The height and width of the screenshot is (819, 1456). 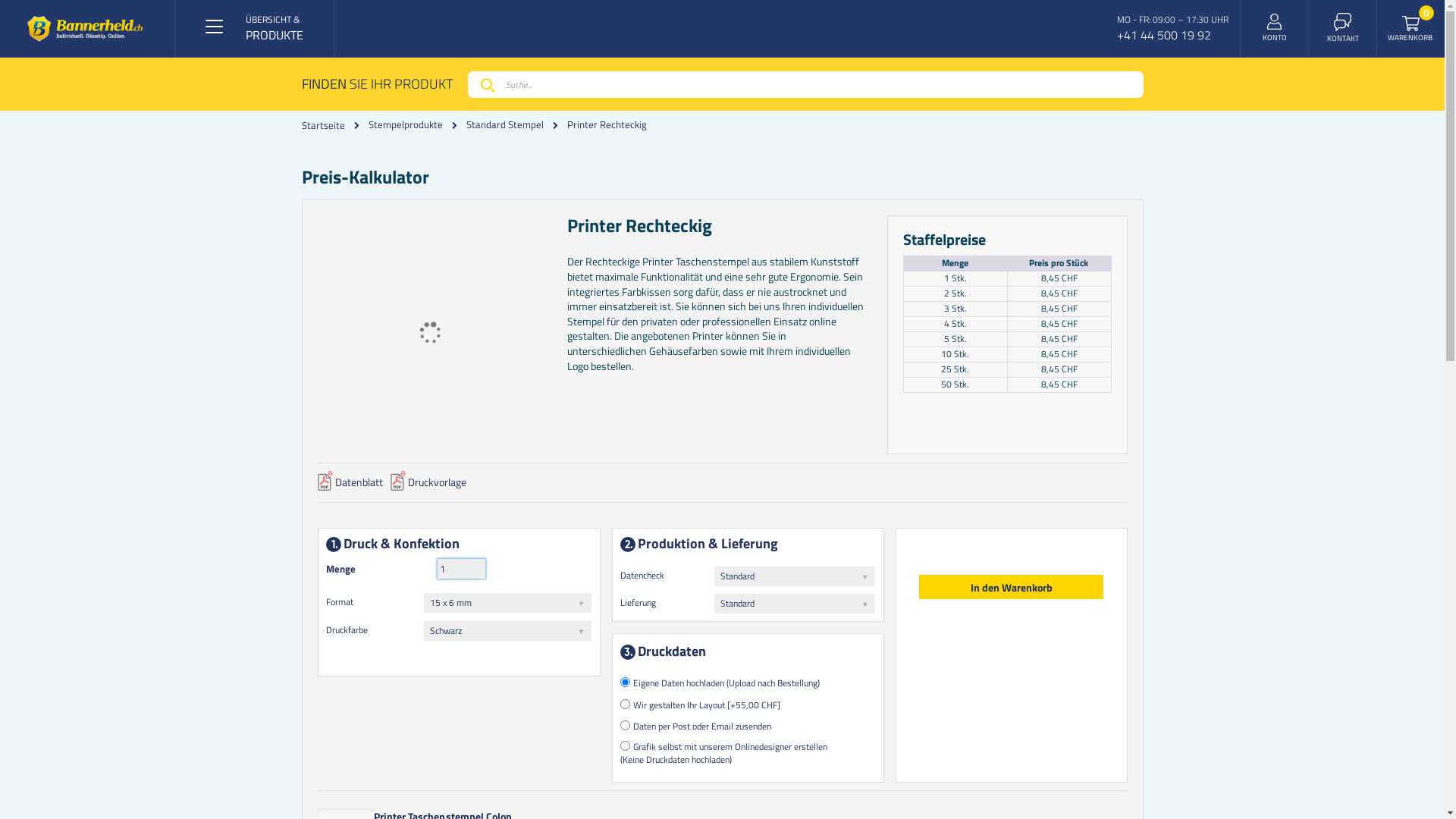 I want to click on 'Stempelprodukte', so click(x=405, y=124).